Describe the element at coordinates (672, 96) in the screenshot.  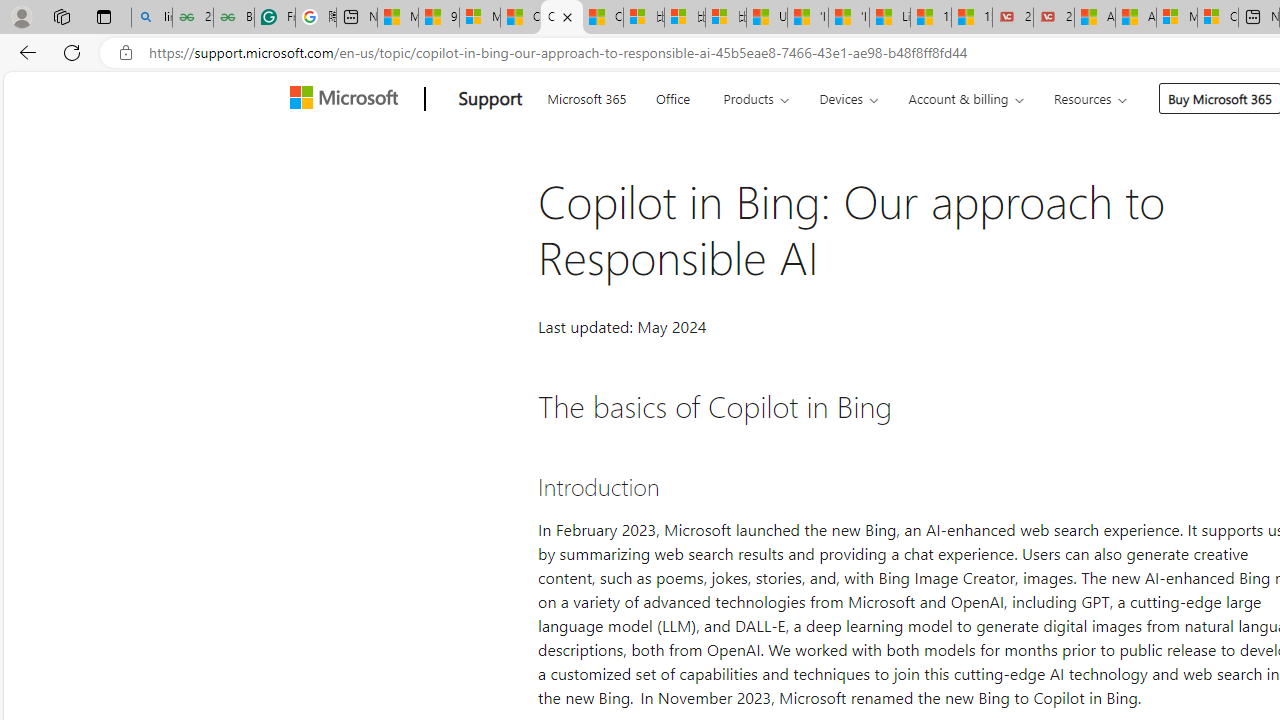
I see `'Office'` at that location.